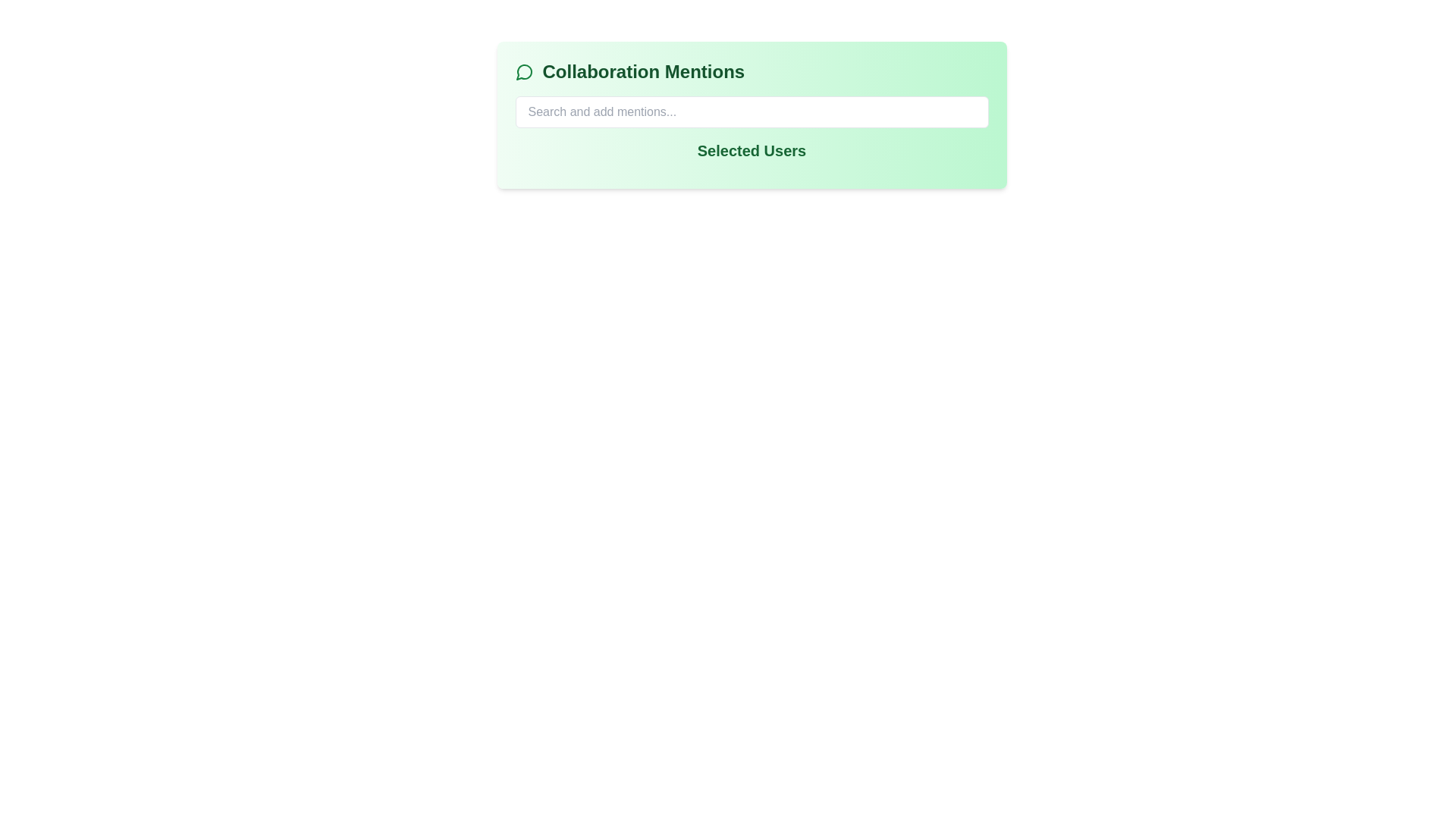 The image size is (1456, 819). What do you see at coordinates (643, 72) in the screenshot?
I see `the bold green text element reading 'Collaboration Mentions', which is prominently positioned in the upper left section of the panel` at bounding box center [643, 72].